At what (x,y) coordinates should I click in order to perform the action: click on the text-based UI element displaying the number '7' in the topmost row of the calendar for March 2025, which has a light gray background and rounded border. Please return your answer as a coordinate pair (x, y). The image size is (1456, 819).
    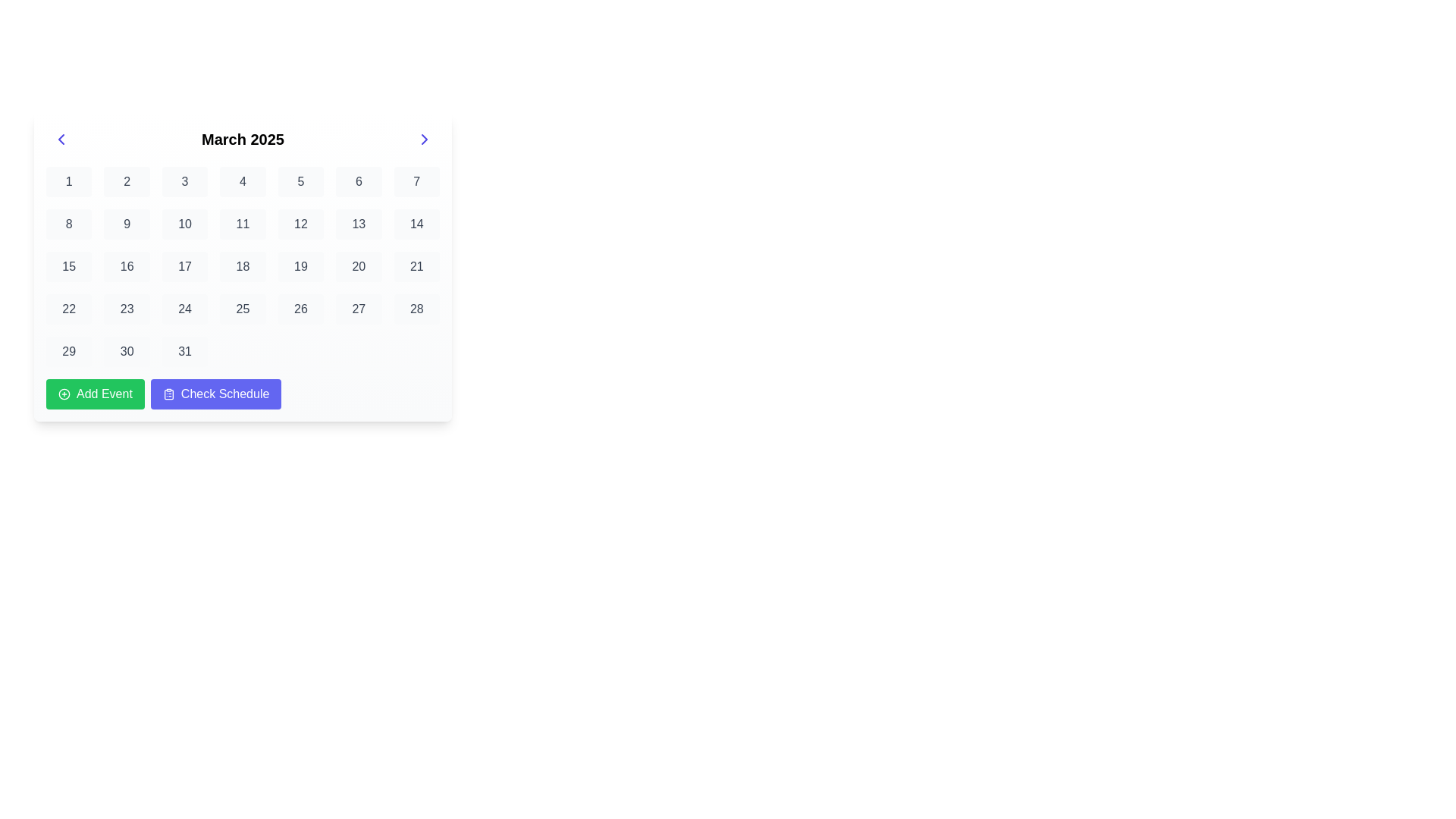
    Looking at the image, I should click on (416, 180).